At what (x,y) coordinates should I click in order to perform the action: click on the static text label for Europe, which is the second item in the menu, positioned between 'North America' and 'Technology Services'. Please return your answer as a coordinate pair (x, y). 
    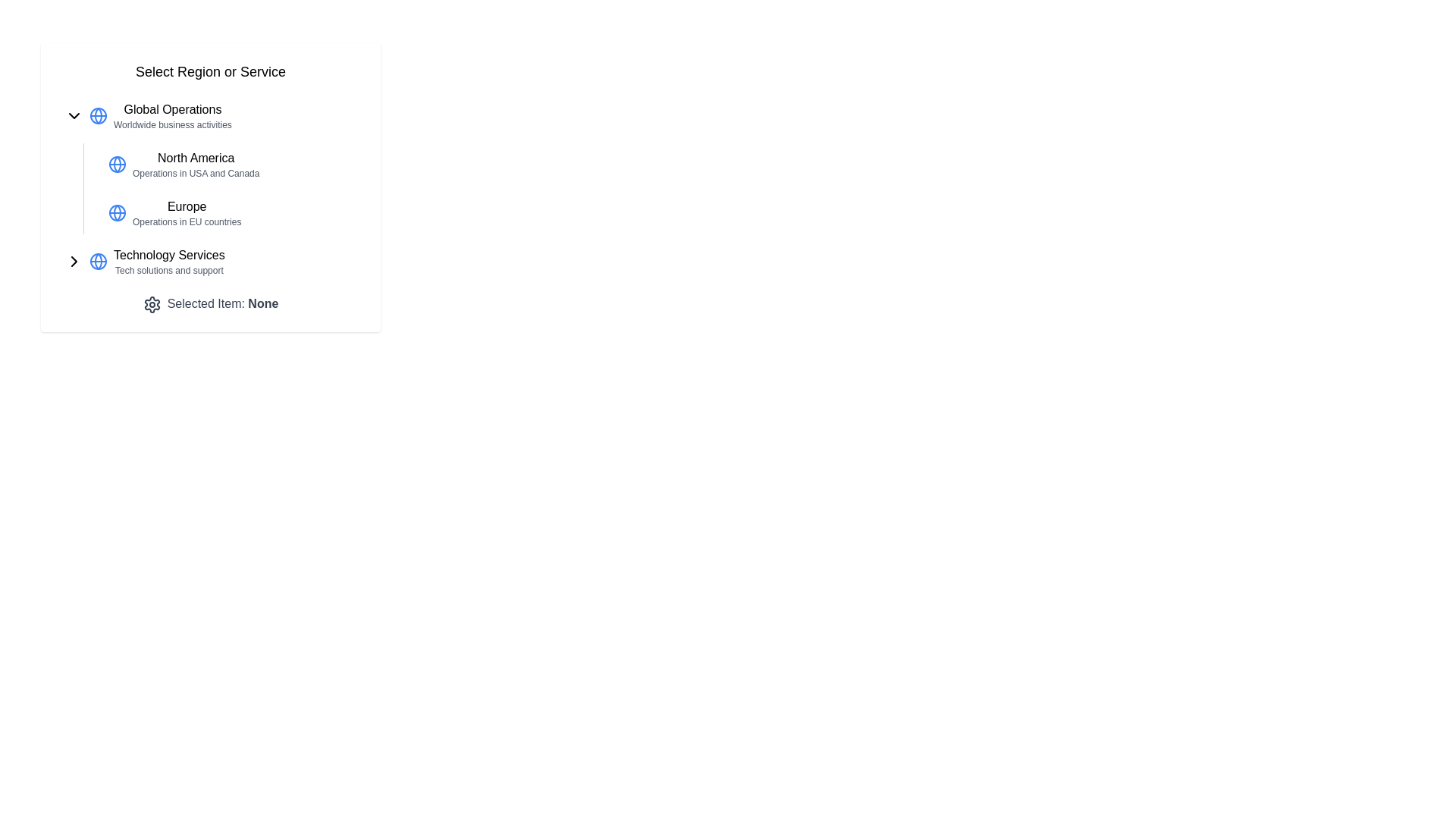
    Looking at the image, I should click on (186, 213).